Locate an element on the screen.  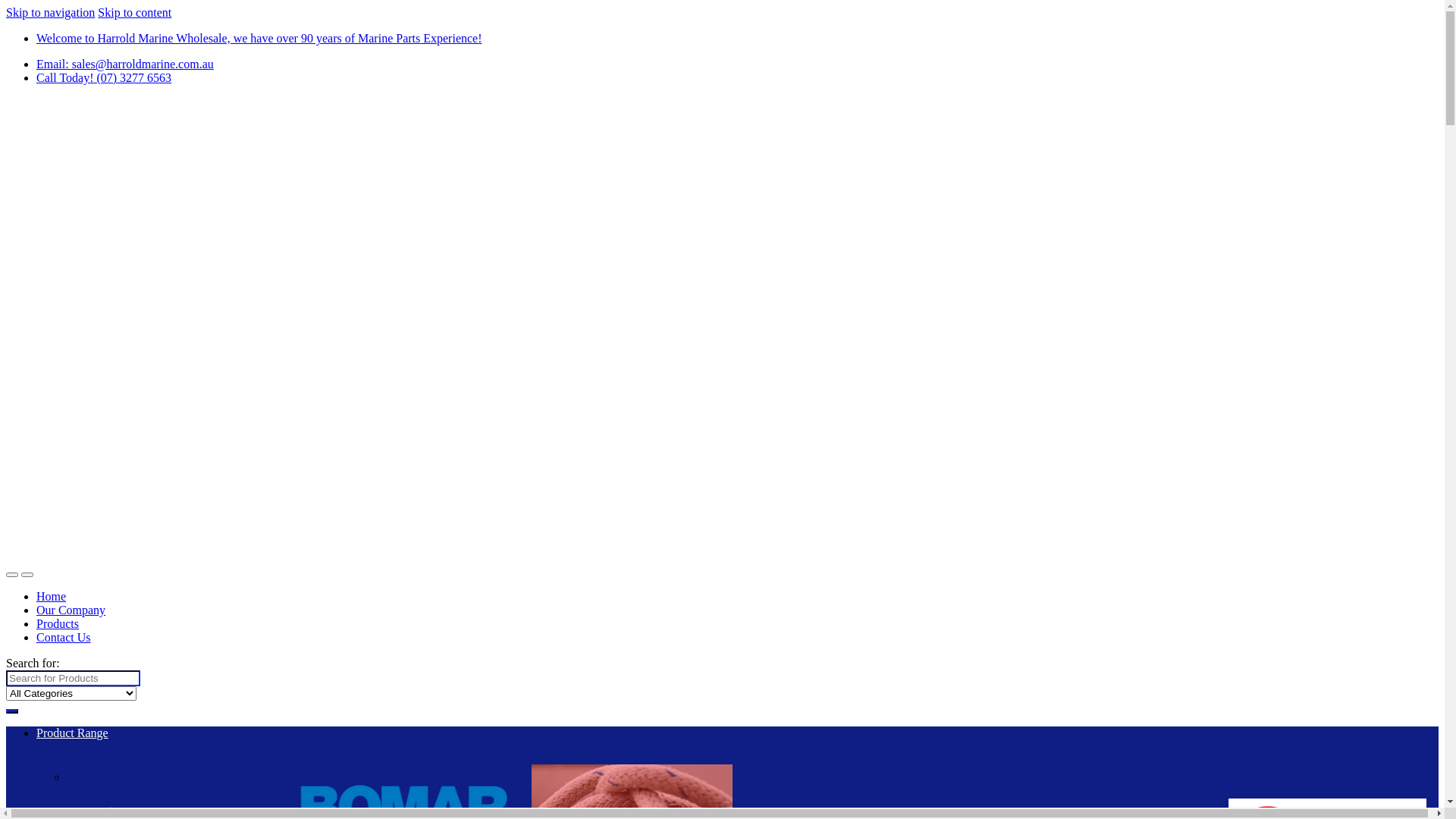
'Contact Us' is located at coordinates (62, 637).